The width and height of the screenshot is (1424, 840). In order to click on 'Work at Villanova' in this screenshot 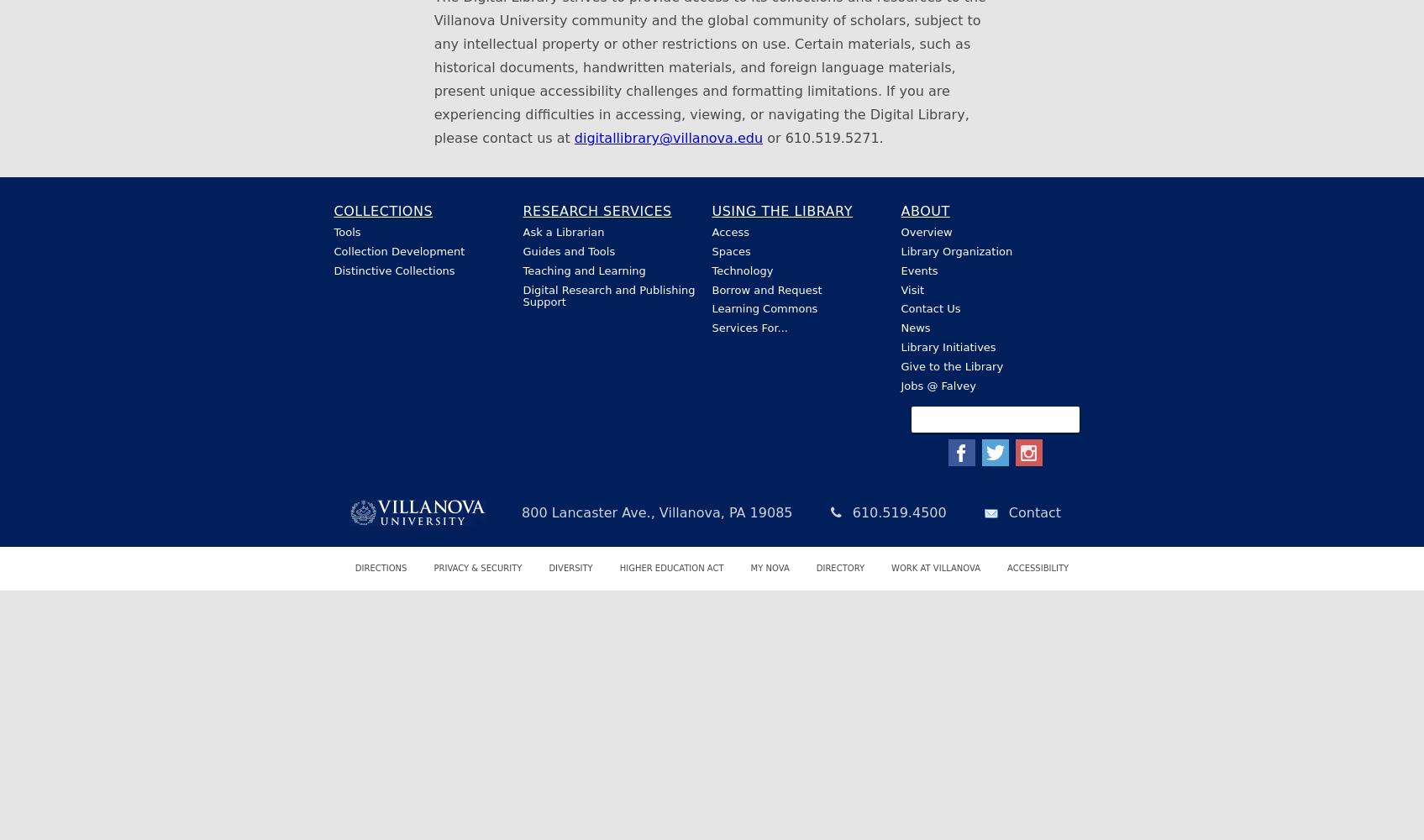, I will do `click(934, 568)`.